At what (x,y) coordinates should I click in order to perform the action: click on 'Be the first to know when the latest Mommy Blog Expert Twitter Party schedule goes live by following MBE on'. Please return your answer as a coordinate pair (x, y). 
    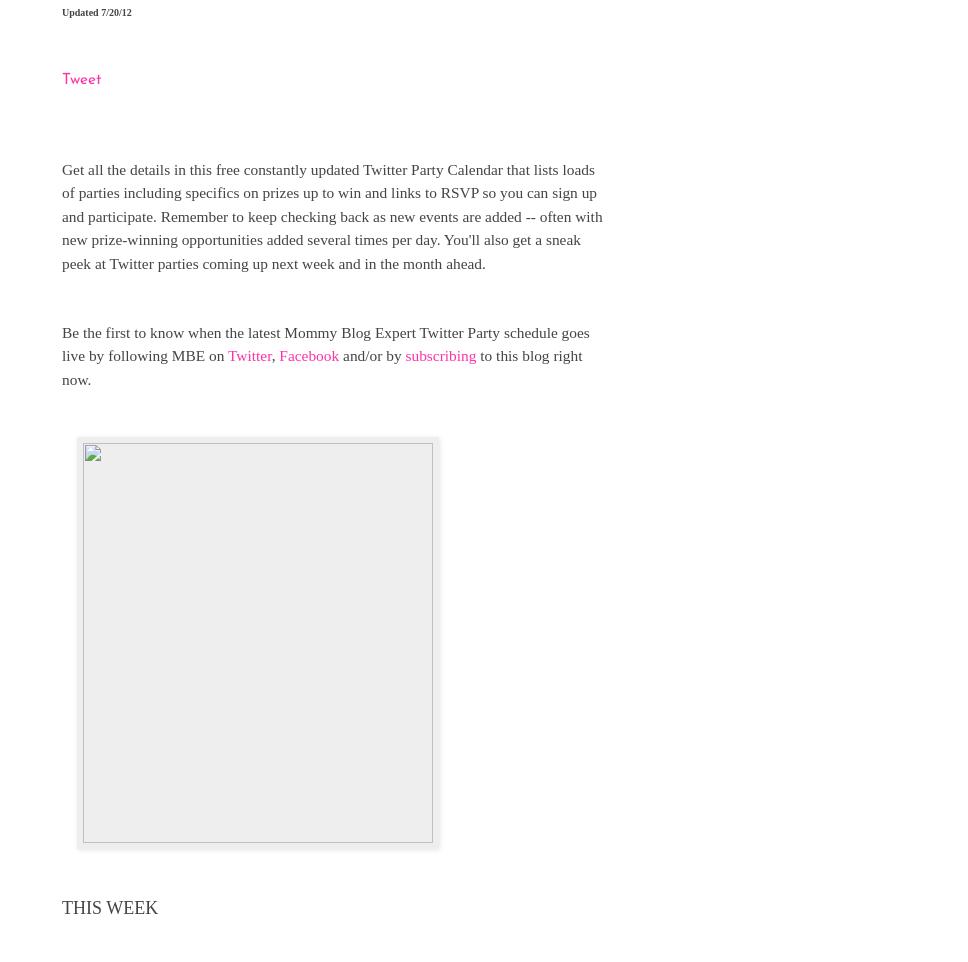
    Looking at the image, I should click on (325, 343).